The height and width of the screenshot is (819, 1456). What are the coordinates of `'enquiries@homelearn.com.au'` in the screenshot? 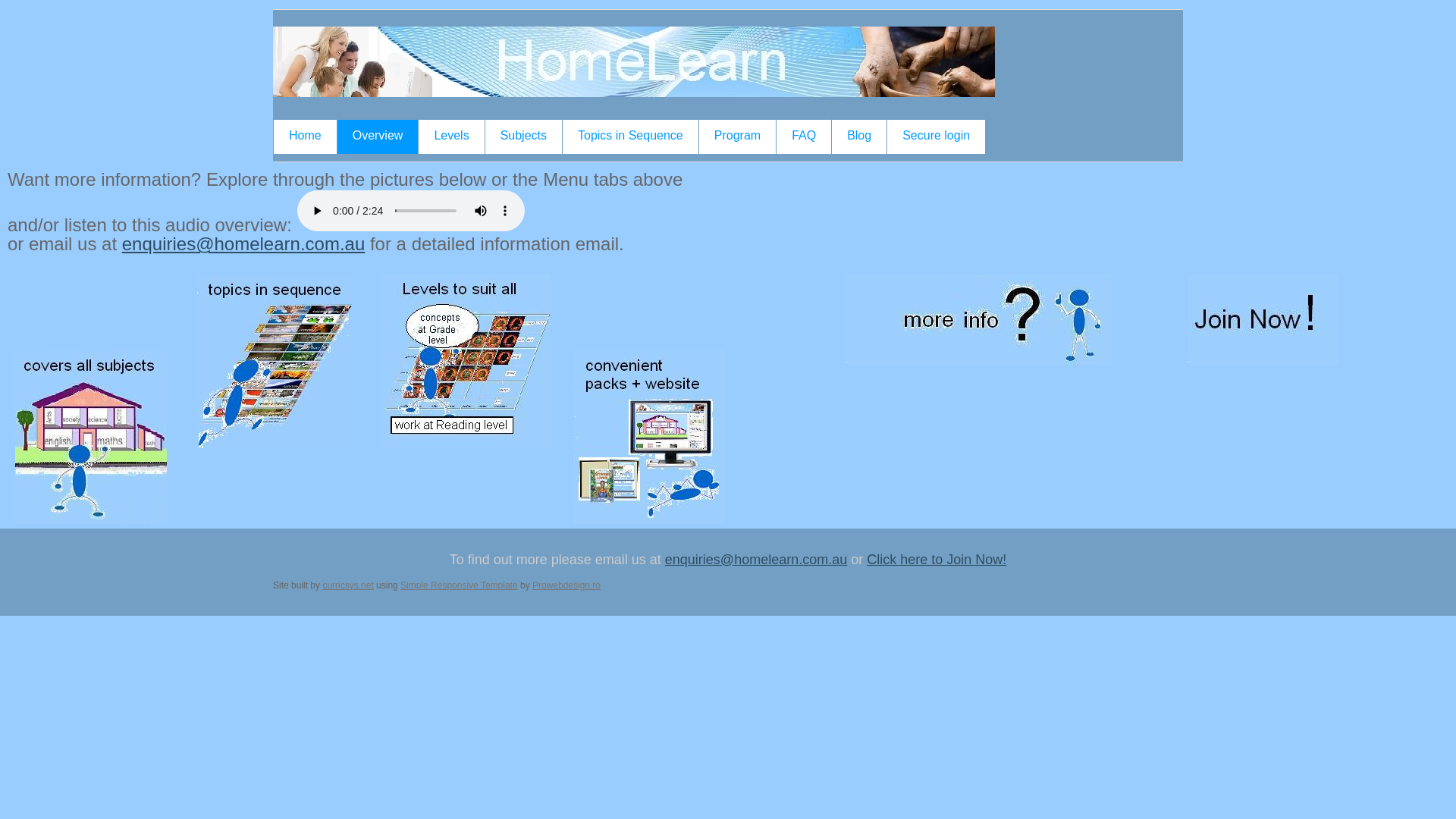 It's located at (756, 559).